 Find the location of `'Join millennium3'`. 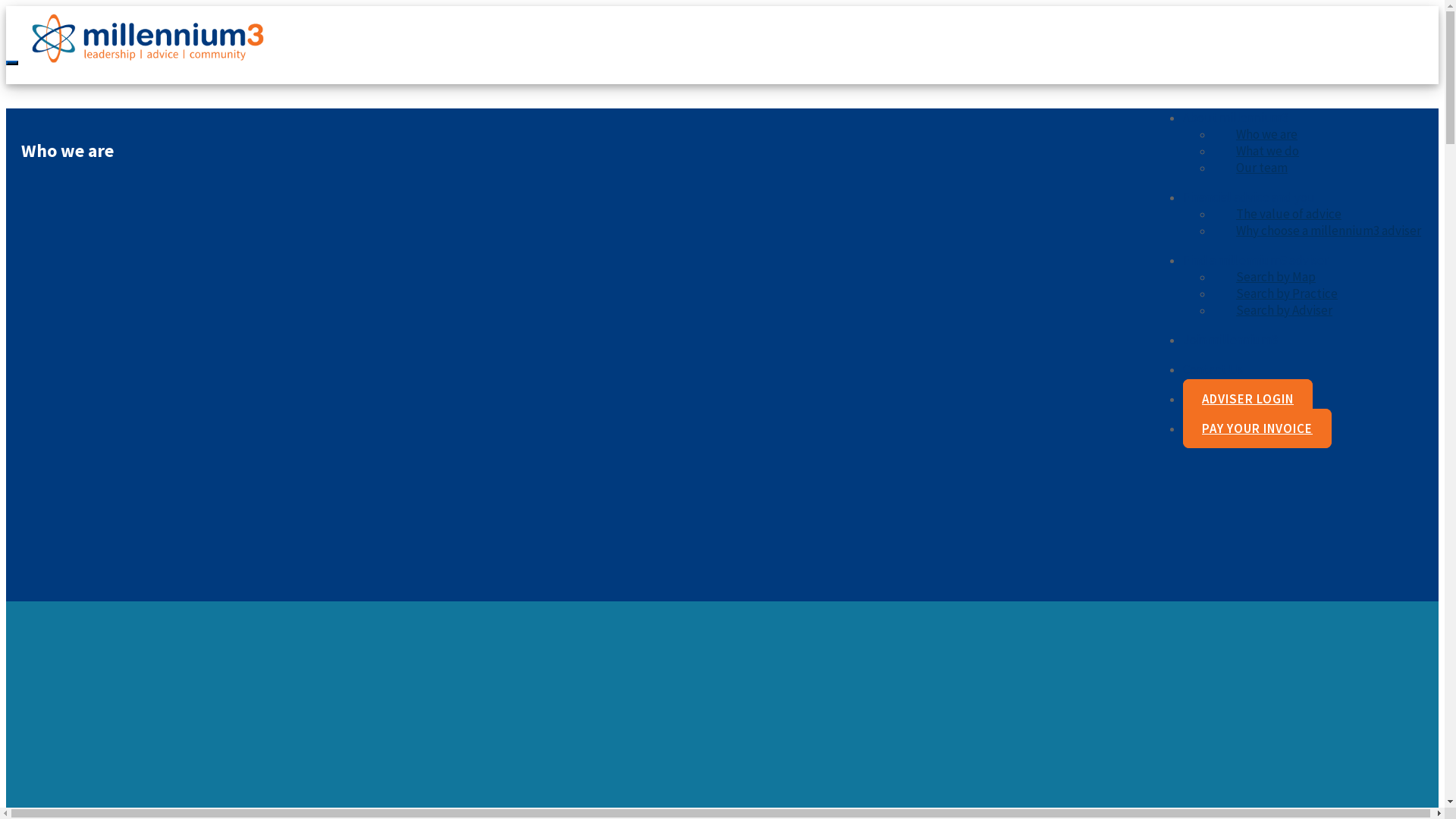

'Join millennium3' is located at coordinates (1230, 338).